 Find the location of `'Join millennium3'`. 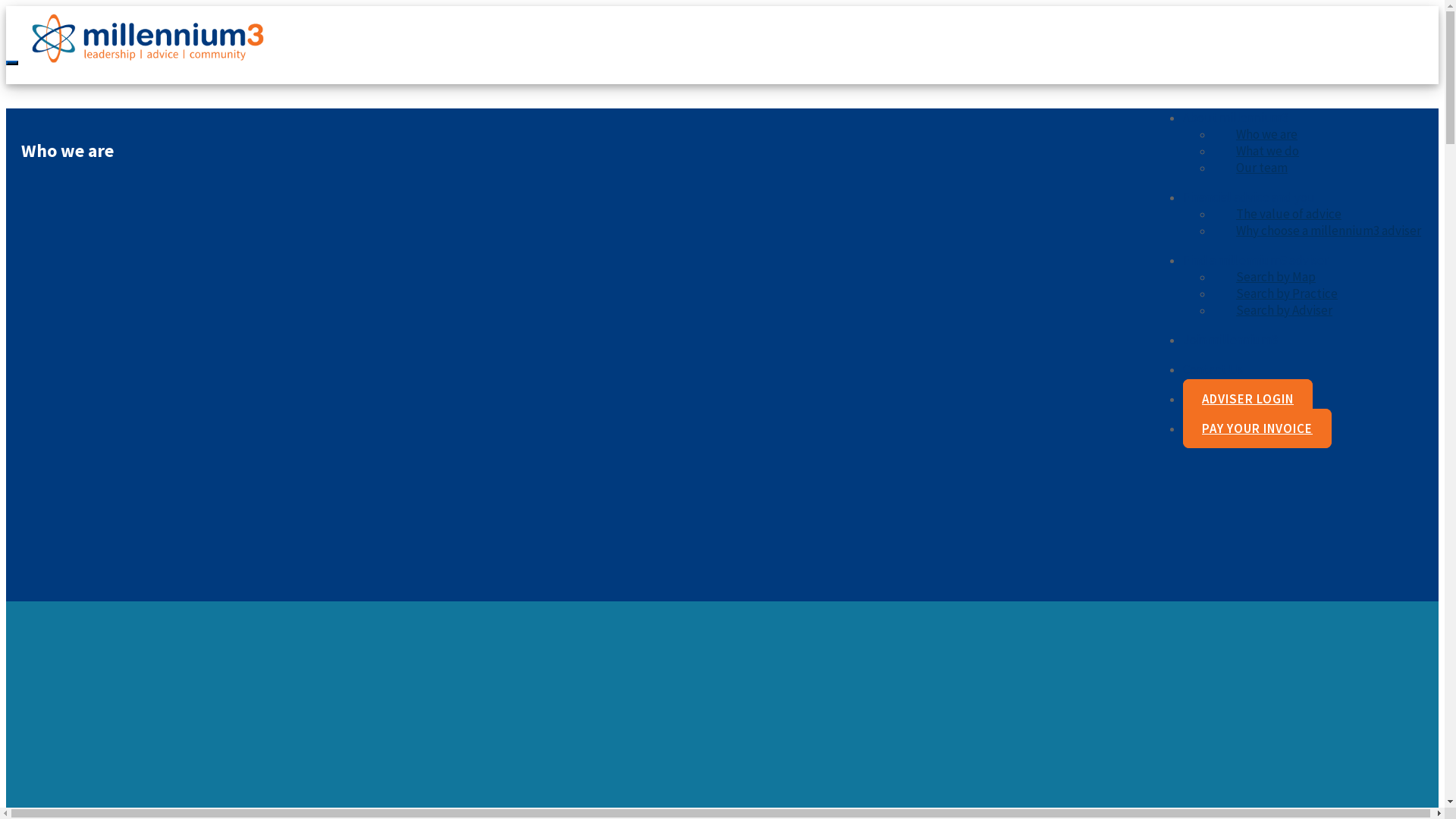

'Join millennium3' is located at coordinates (1230, 338).